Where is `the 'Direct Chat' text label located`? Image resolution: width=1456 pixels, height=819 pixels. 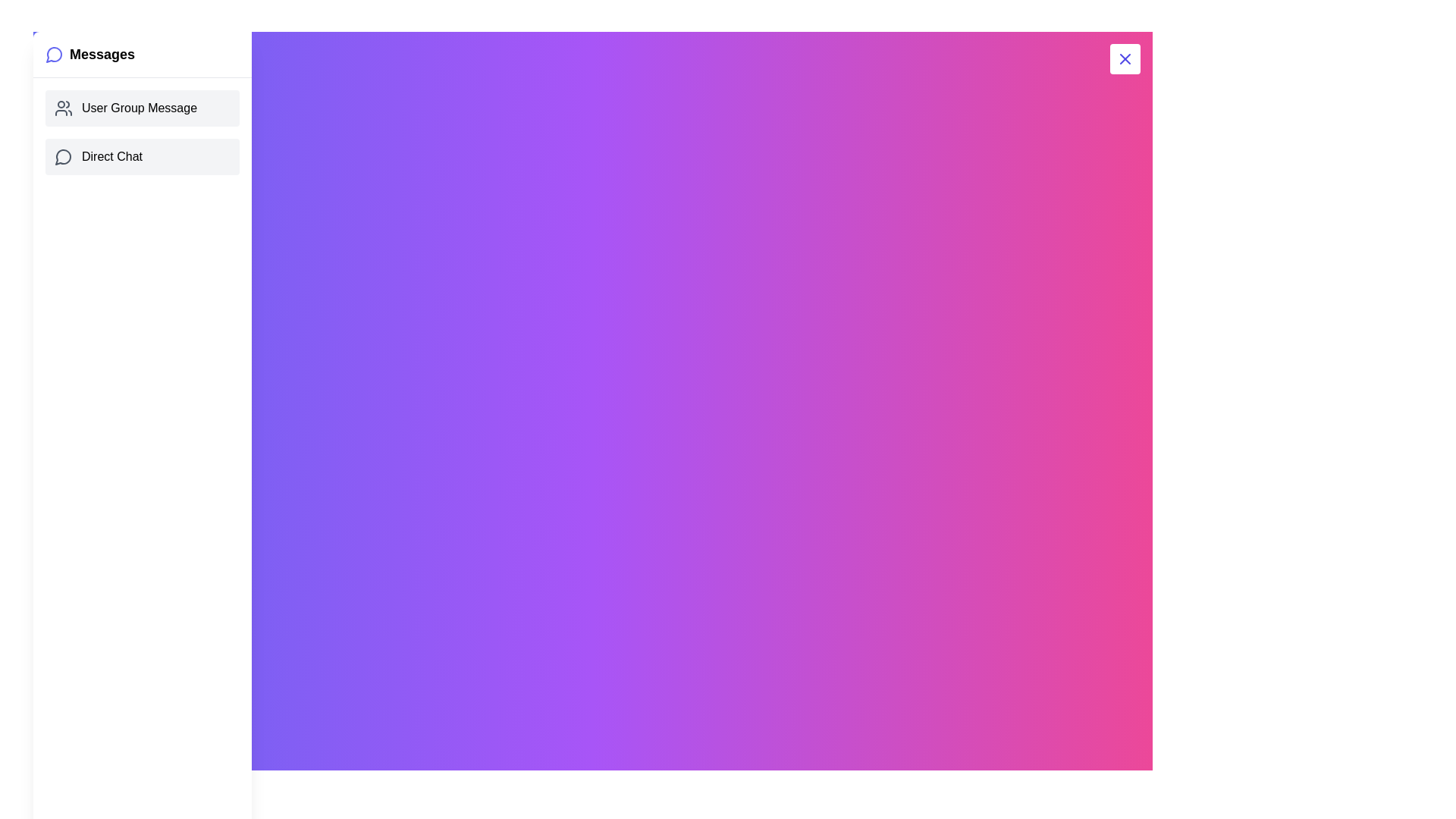
the 'Direct Chat' text label located is located at coordinates (111, 157).